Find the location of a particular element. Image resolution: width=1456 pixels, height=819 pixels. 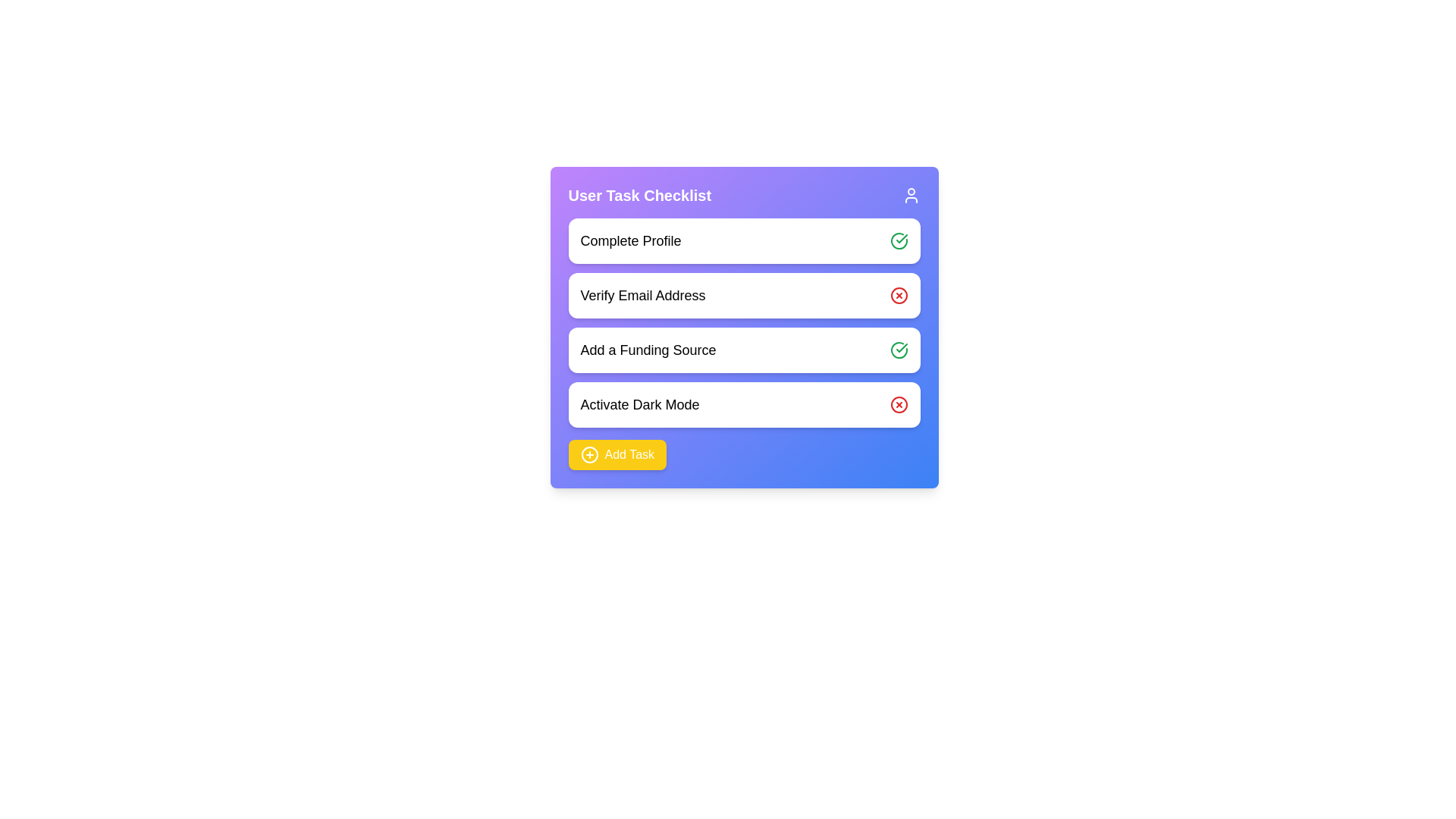

the green and white checkmark icon indicating completion of the 'Add a Funding Source' task in the checklist is located at coordinates (902, 239).